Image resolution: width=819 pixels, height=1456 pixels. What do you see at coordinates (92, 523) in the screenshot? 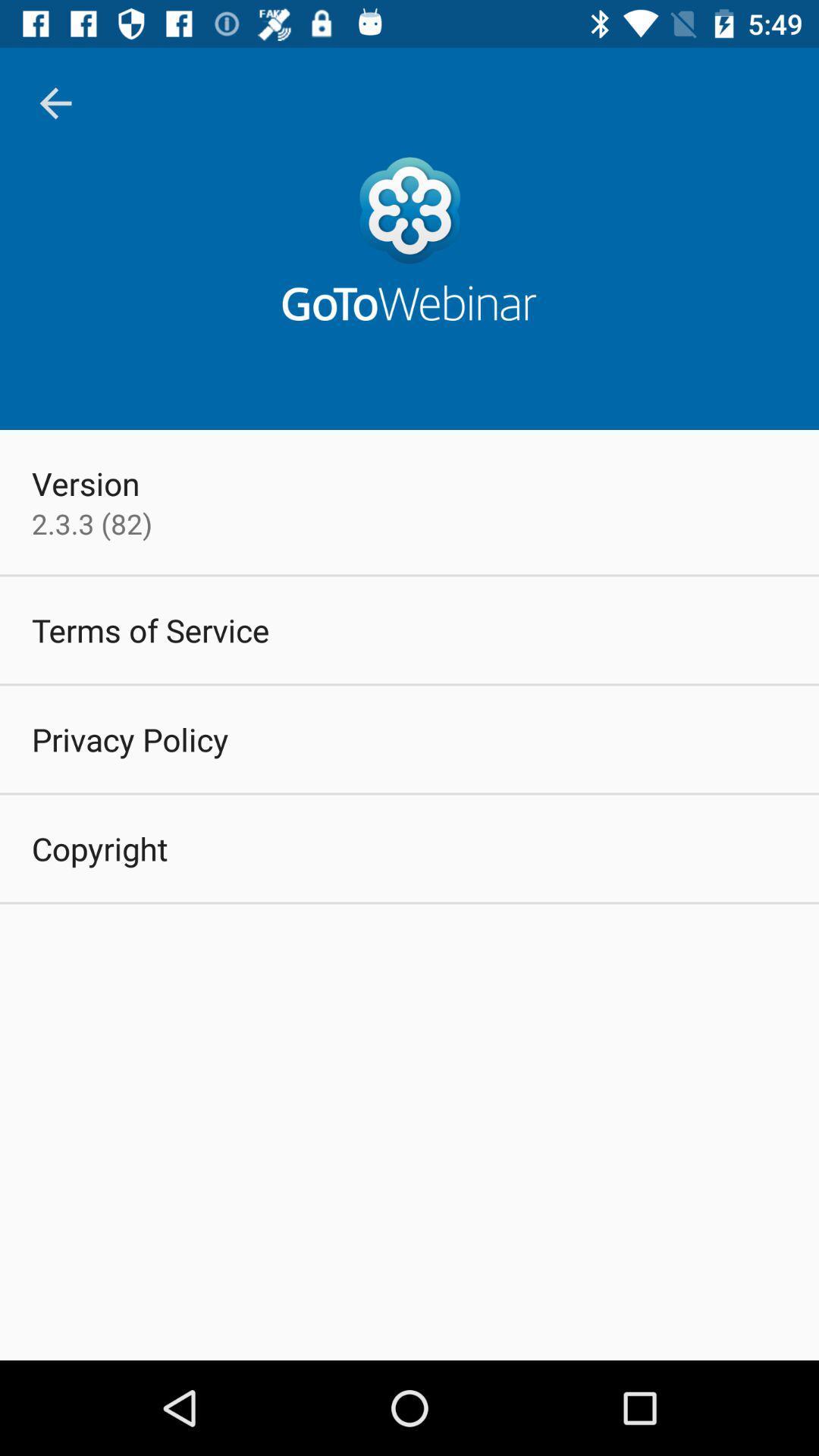
I see `item above the terms of service item` at bounding box center [92, 523].